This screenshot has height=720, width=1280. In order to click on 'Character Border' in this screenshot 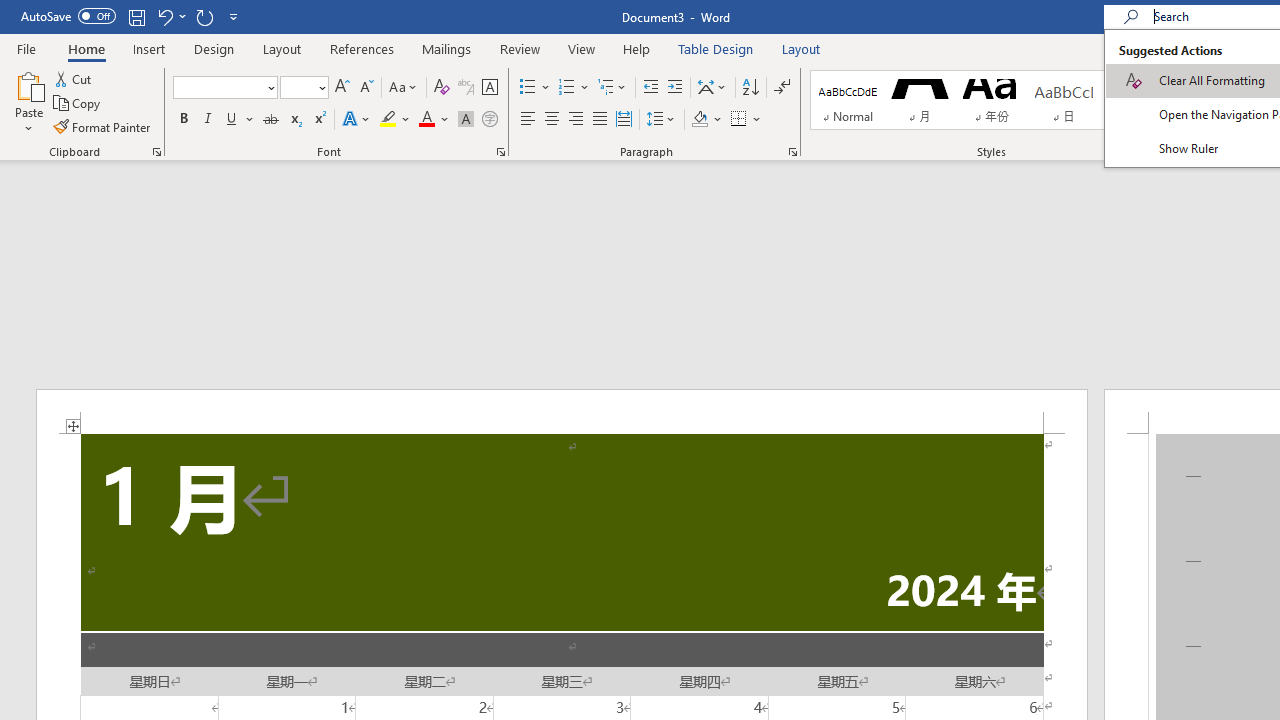, I will do `click(489, 86)`.